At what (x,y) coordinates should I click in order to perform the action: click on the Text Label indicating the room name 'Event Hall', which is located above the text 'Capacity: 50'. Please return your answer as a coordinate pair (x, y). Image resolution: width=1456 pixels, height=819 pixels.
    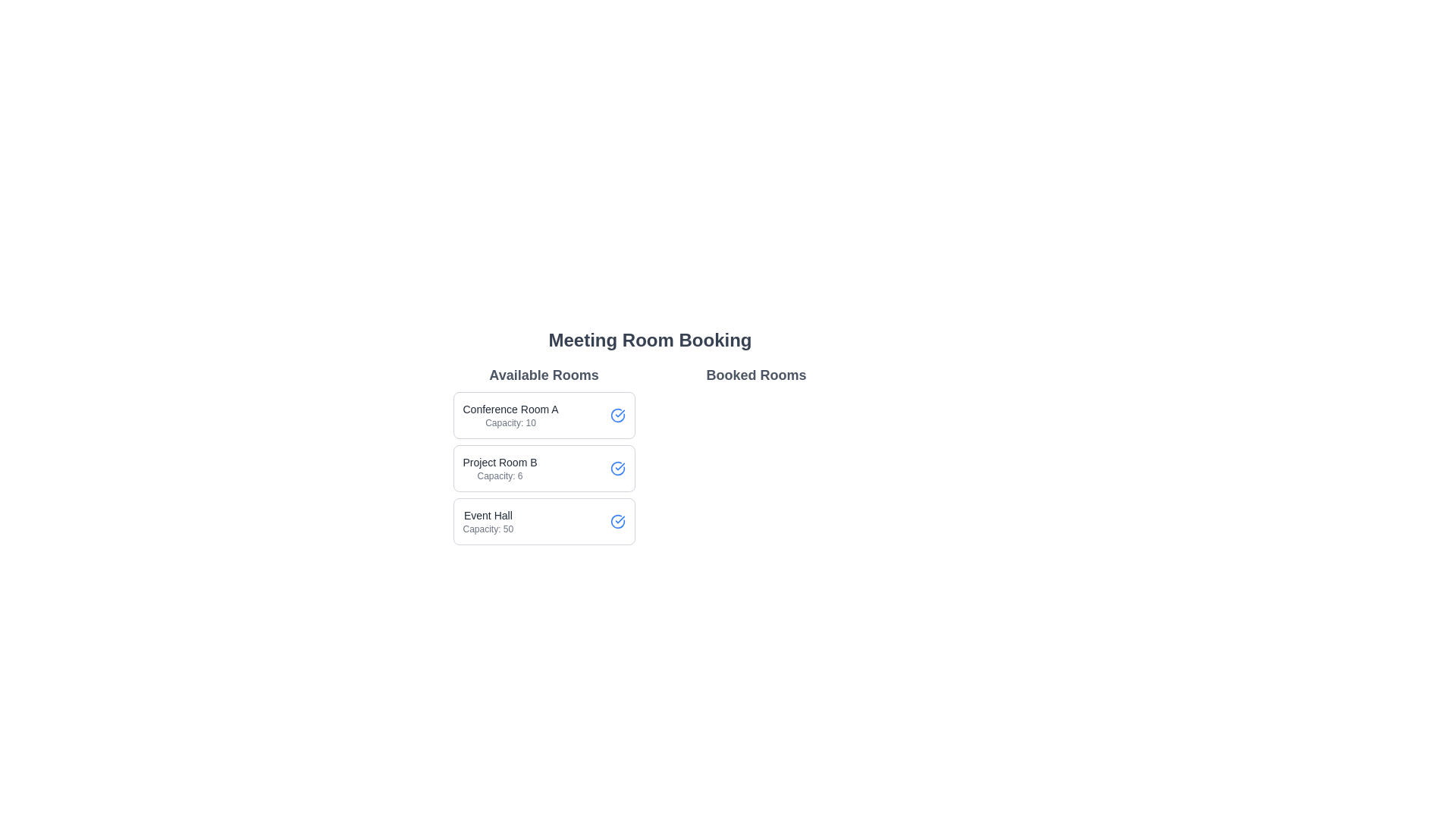
    Looking at the image, I should click on (488, 514).